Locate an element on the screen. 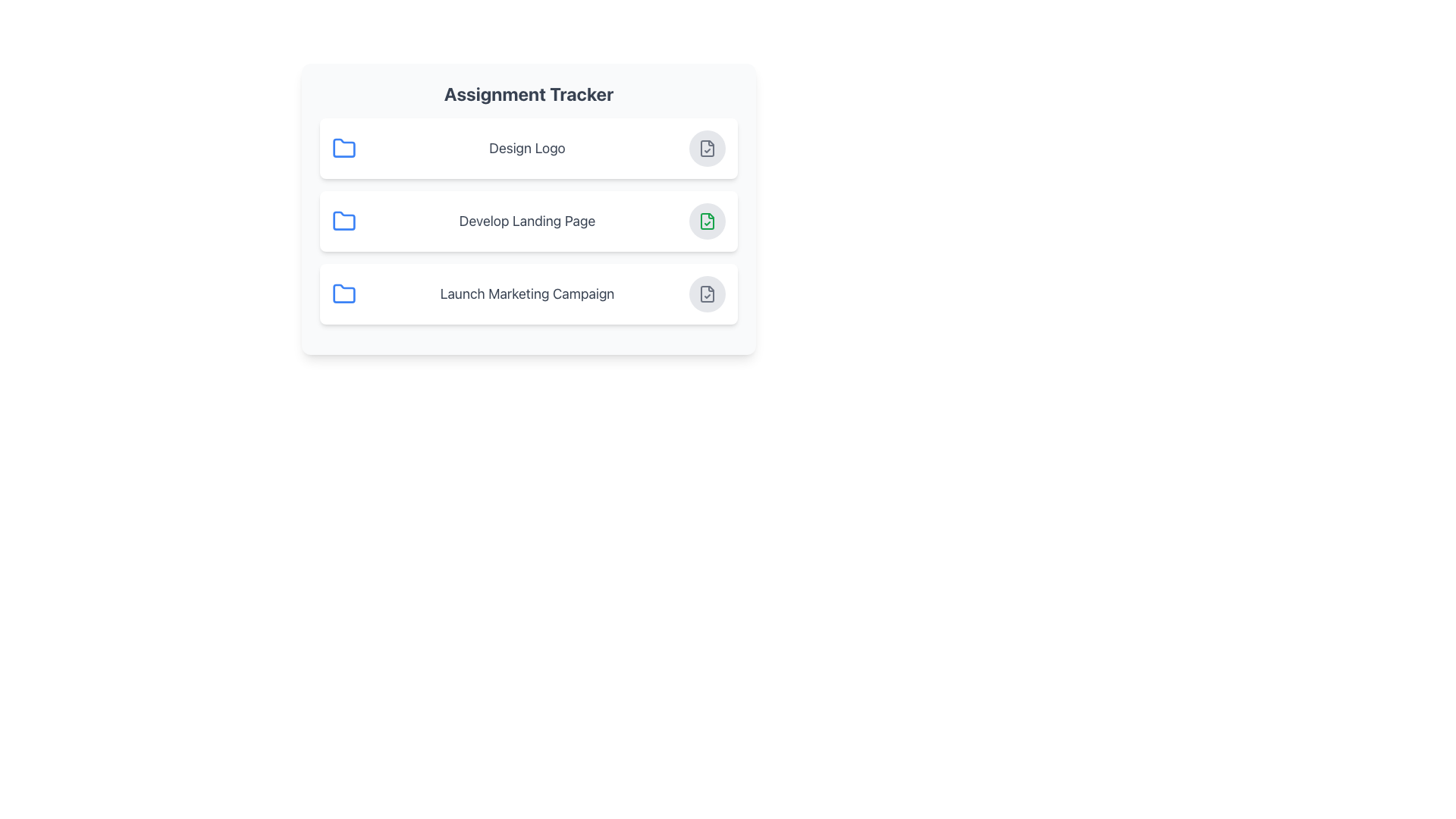  the third selectable item in the task list labeled 'Launch Marketing Campaign' is located at coordinates (529, 294).